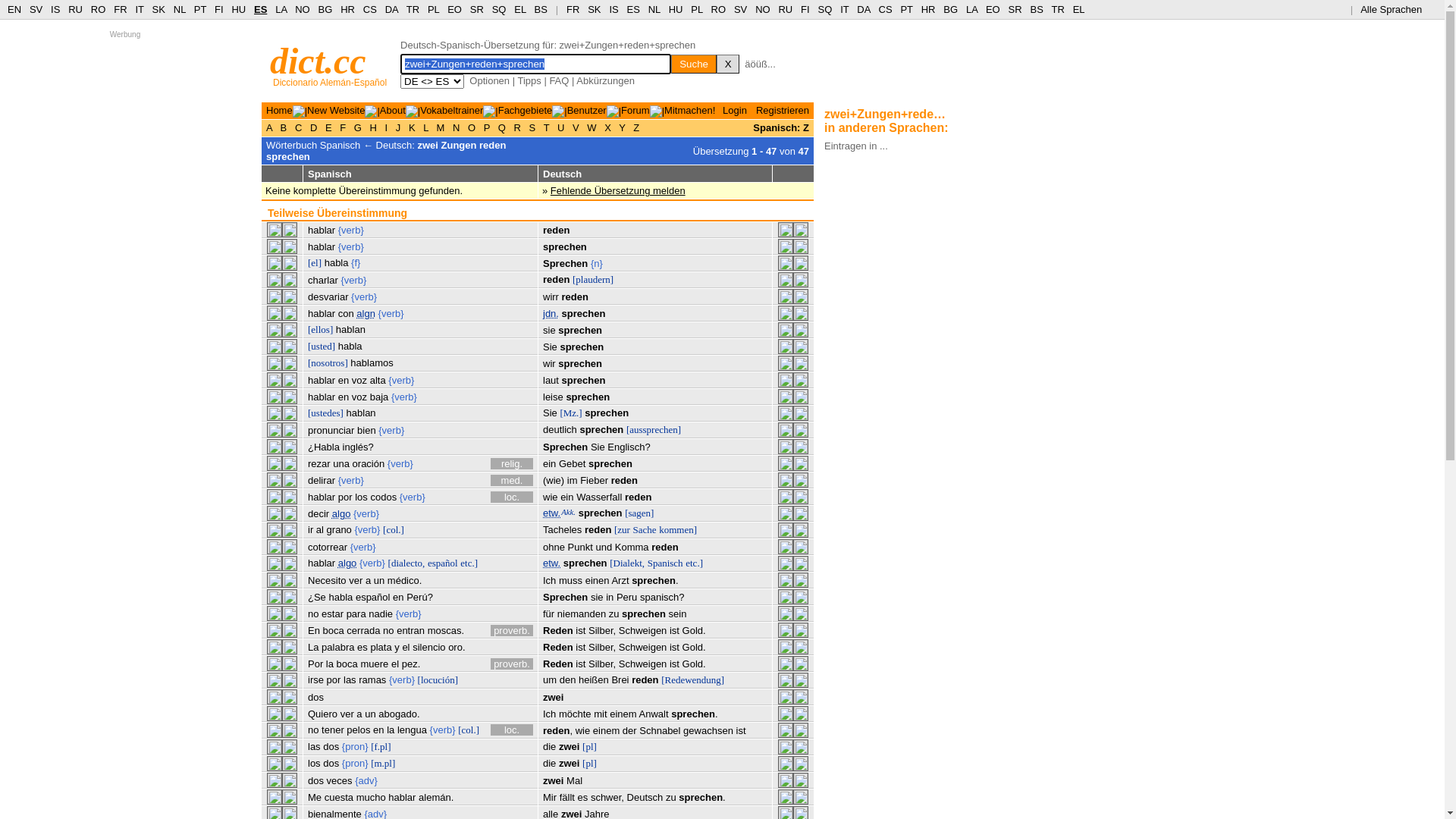  Describe the element at coordinates (14, 9) in the screenshot. I see `'EN'` at that location.